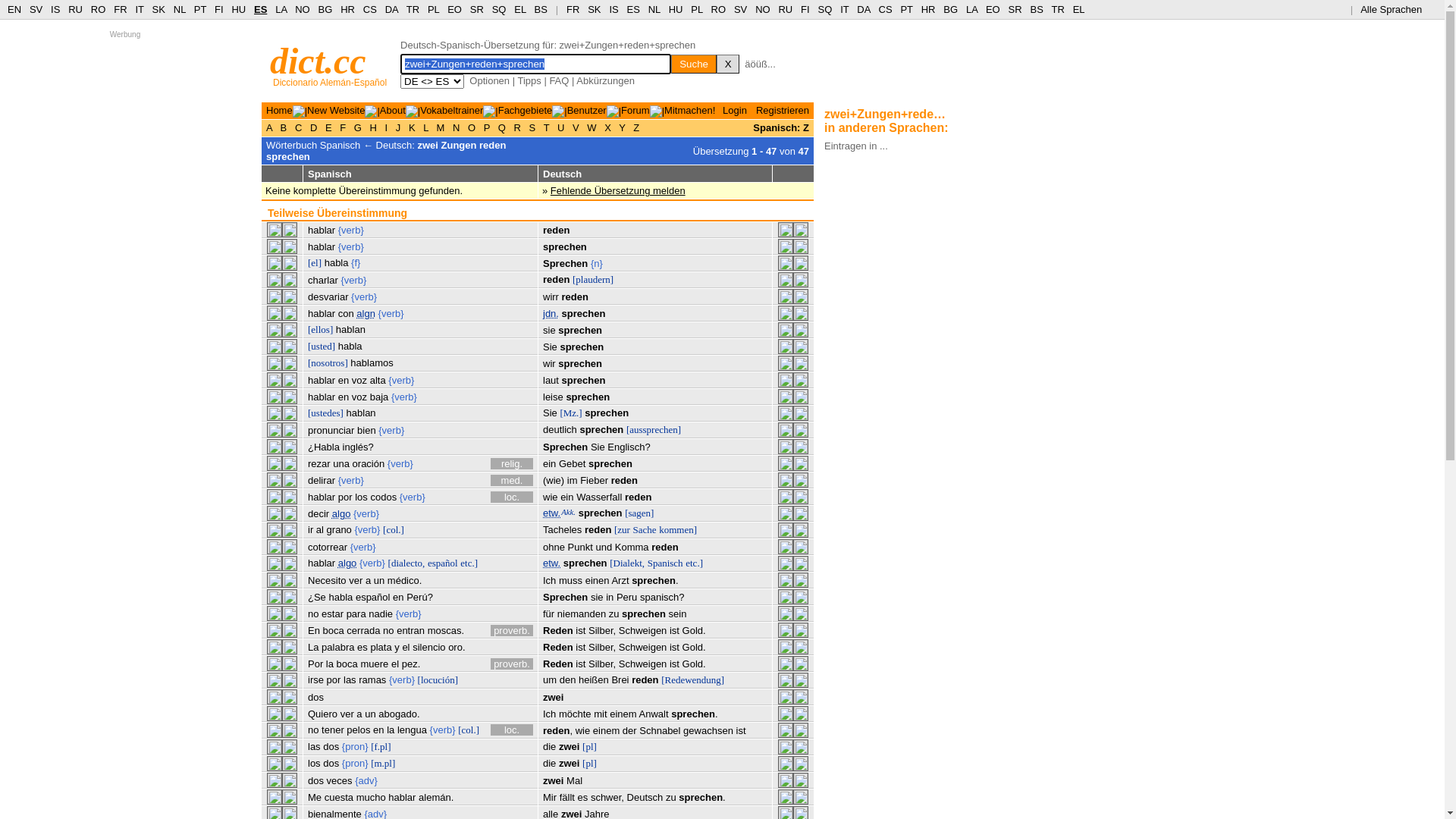  Describe the element at coordinates (14, 9) in the screenshot. I see `'EN'` at that location.